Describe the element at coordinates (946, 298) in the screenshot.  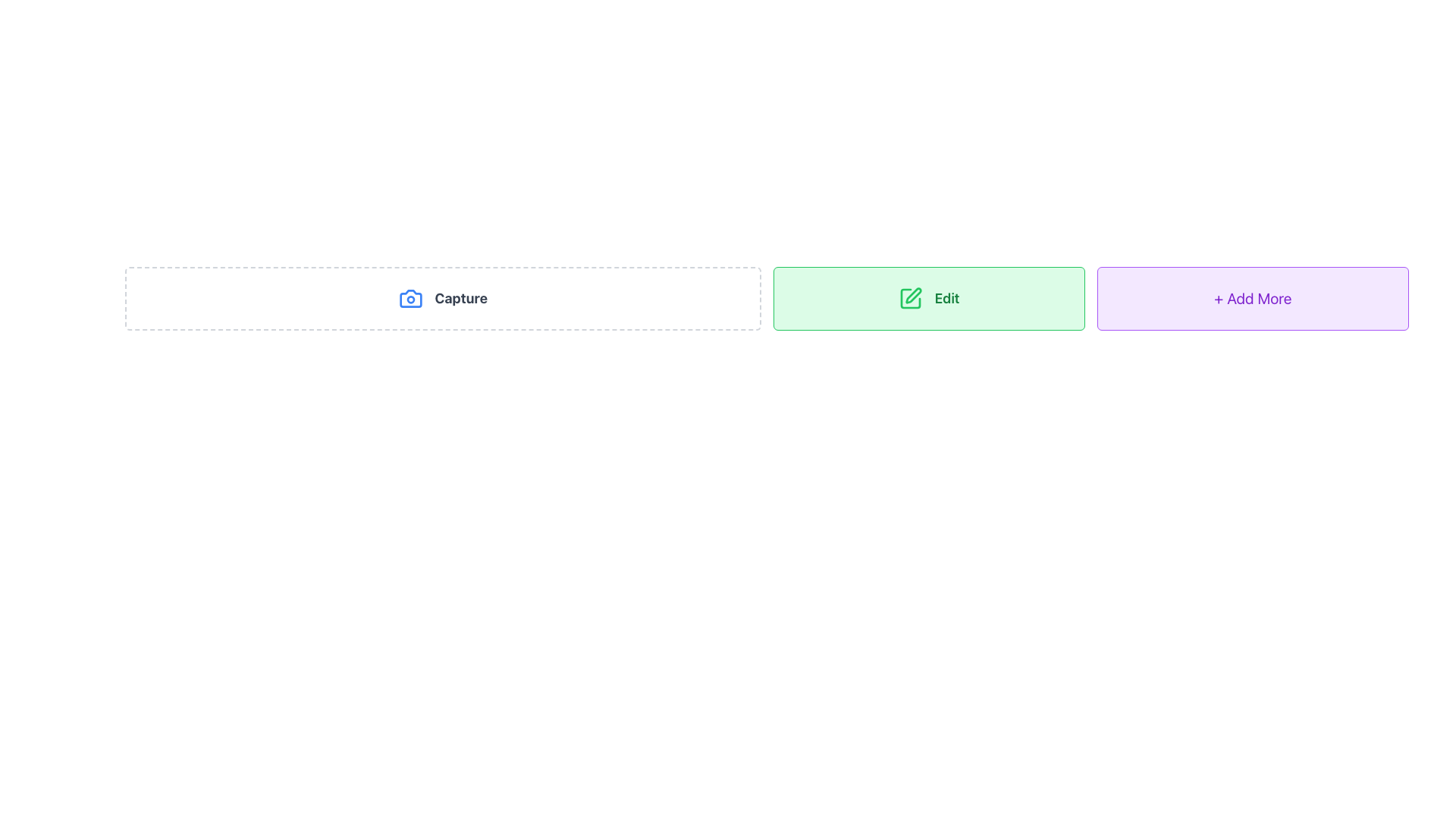
I see `the 'Edit' label, which is a bold green text located within a green rectangular section, positioned adjacent to a pen icon` at that location.